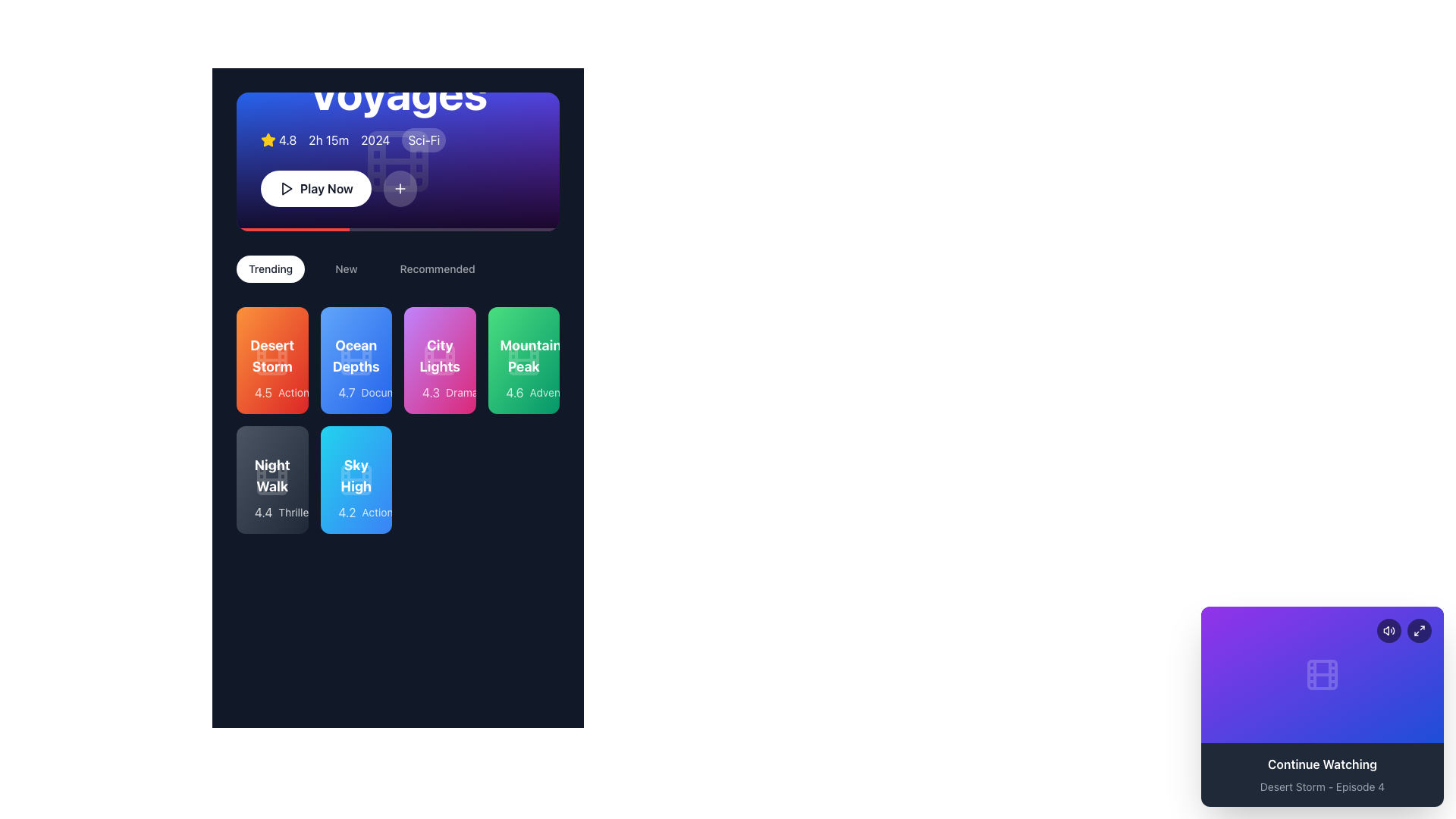 This screenshot has height=819, width=1456. Describe the element at coordinates (400, 187) in the screenshot. I see `the 'Add' button located to the right of the 'Play Now' button` at that location.